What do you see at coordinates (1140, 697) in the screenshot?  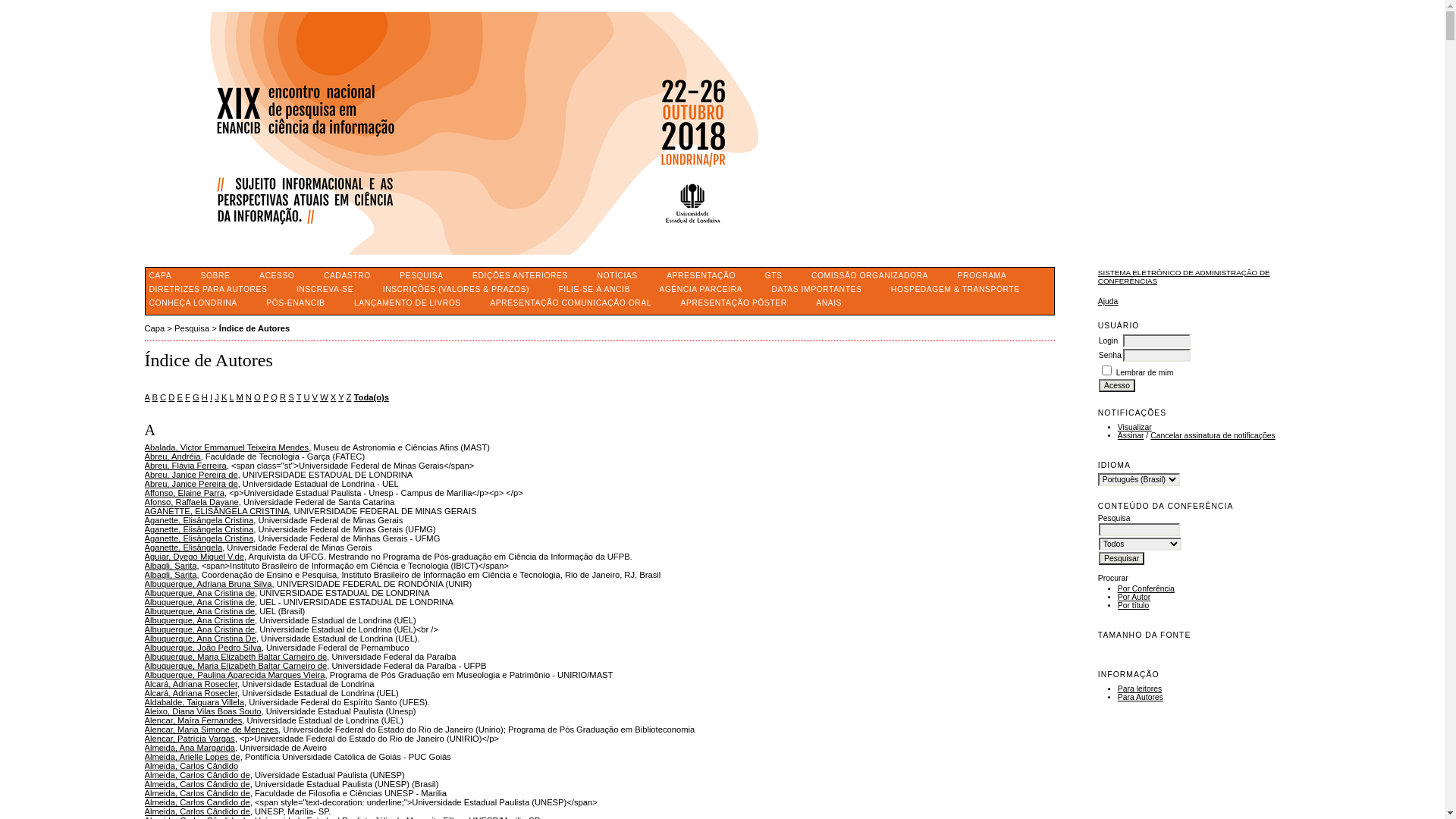 I see `'Para Autores'` at bounding box center [1140, 697].